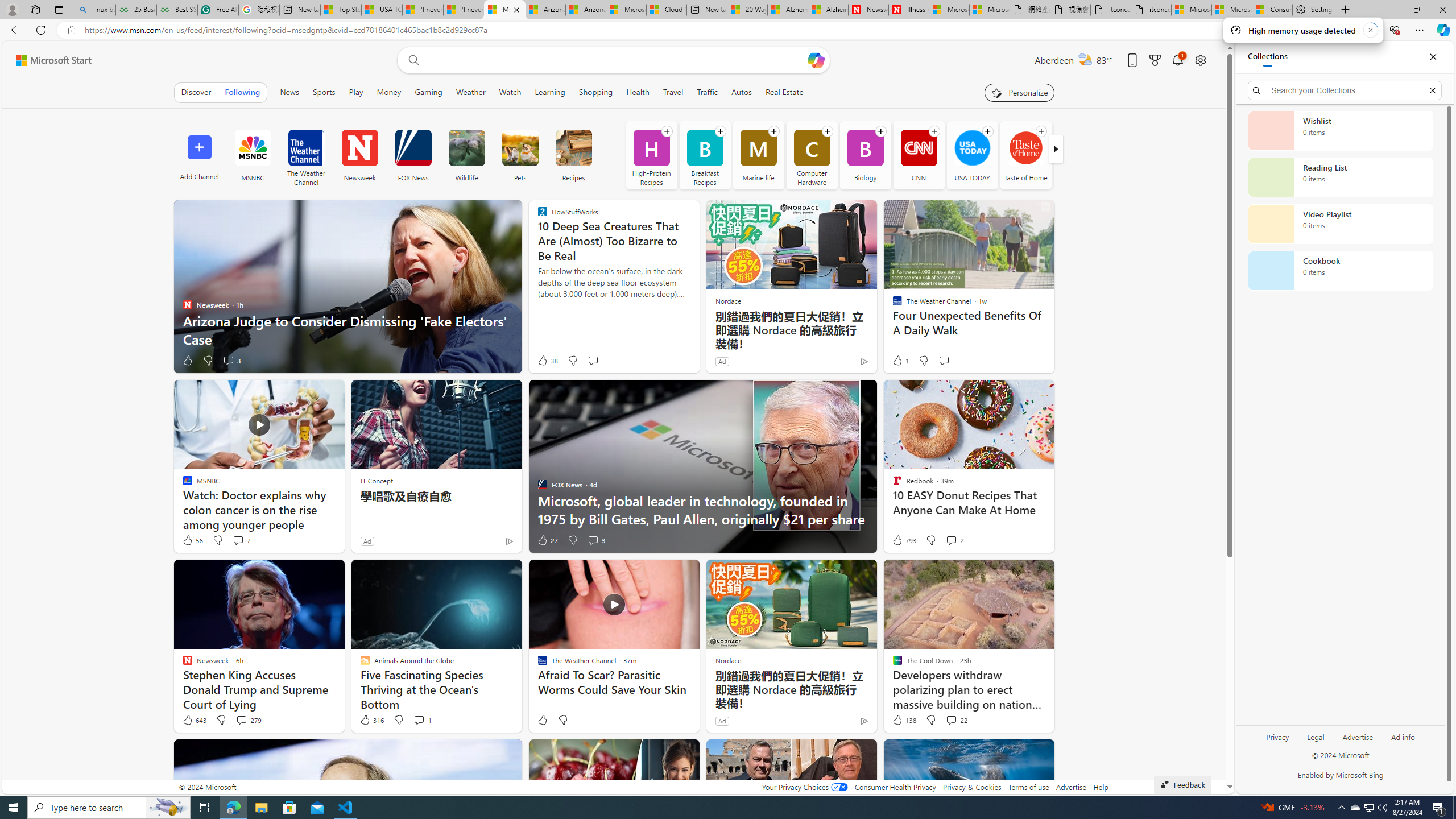 The width and height of the screenshot is (1456, 819). Describe the element at coordinates (1314, 741) in the screenshot. I see `'Legal'` at that location.